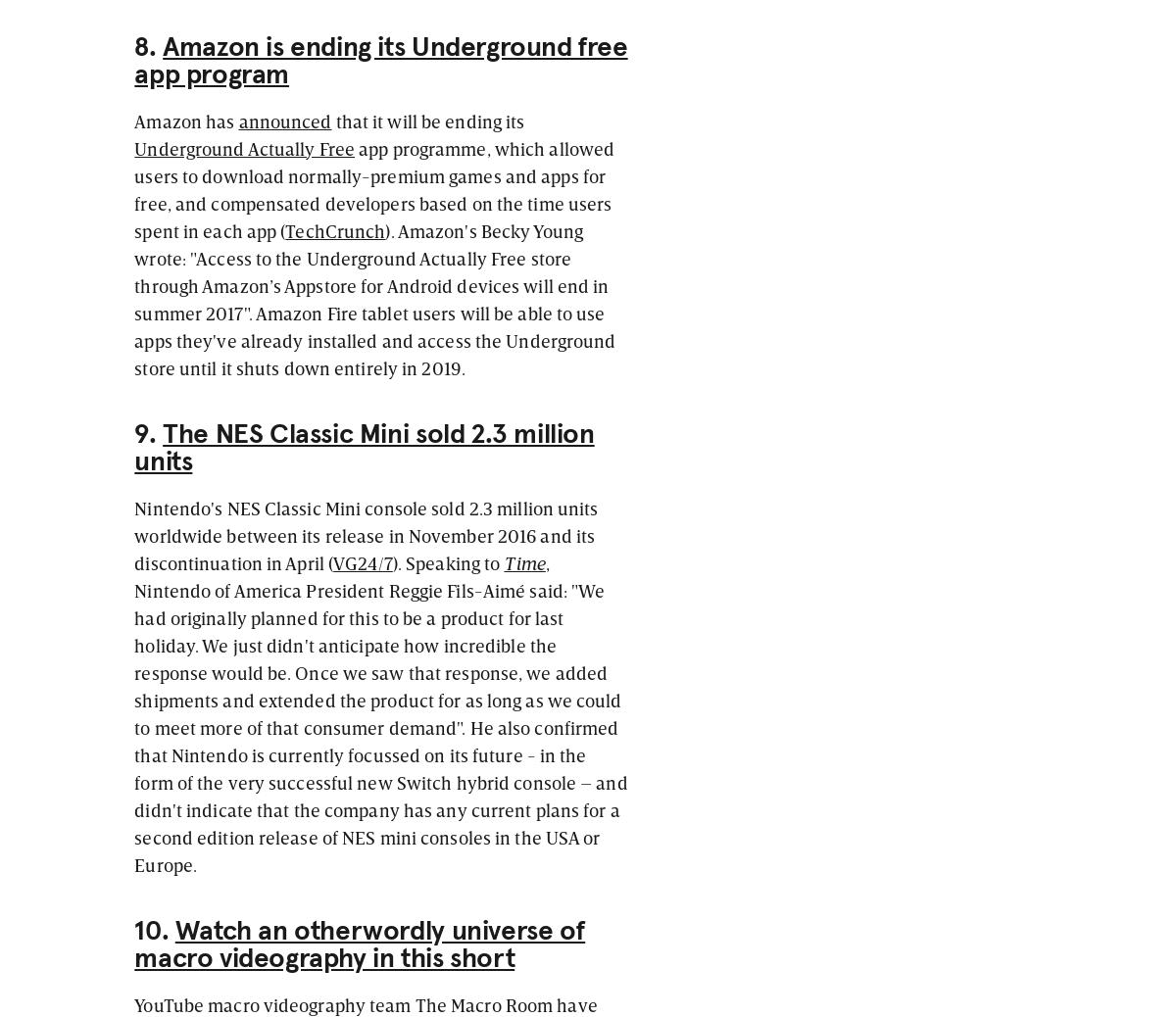 Image resolution: width=1176 pixels, height=1017 pixels. Describe the element at coordinates (362, 560) in the screenshot. I see `'VG24/7'` at that location.